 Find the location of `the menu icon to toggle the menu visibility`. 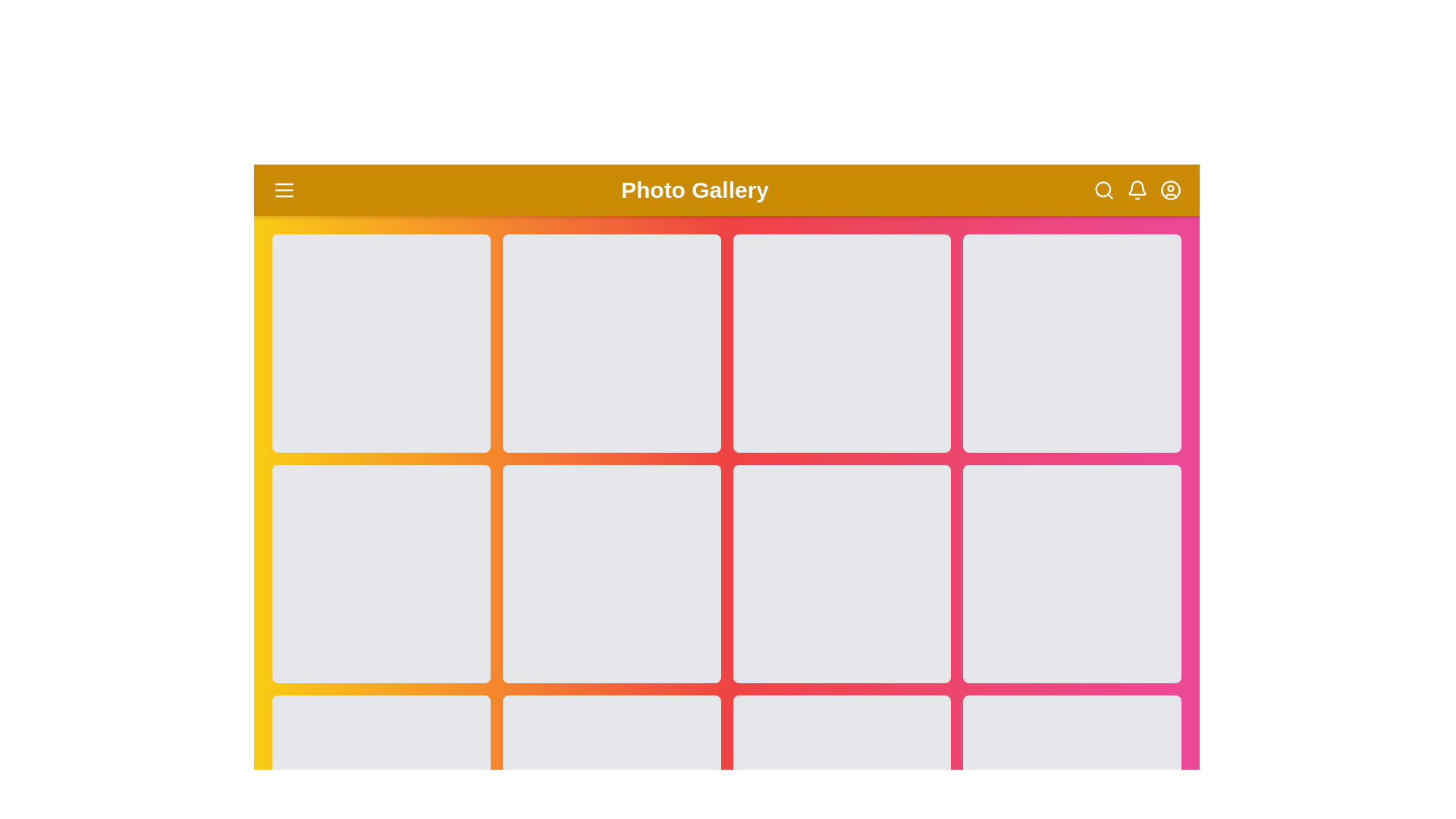

the menu icon to toggle the menu visibility is located at coordinates (284, 189).